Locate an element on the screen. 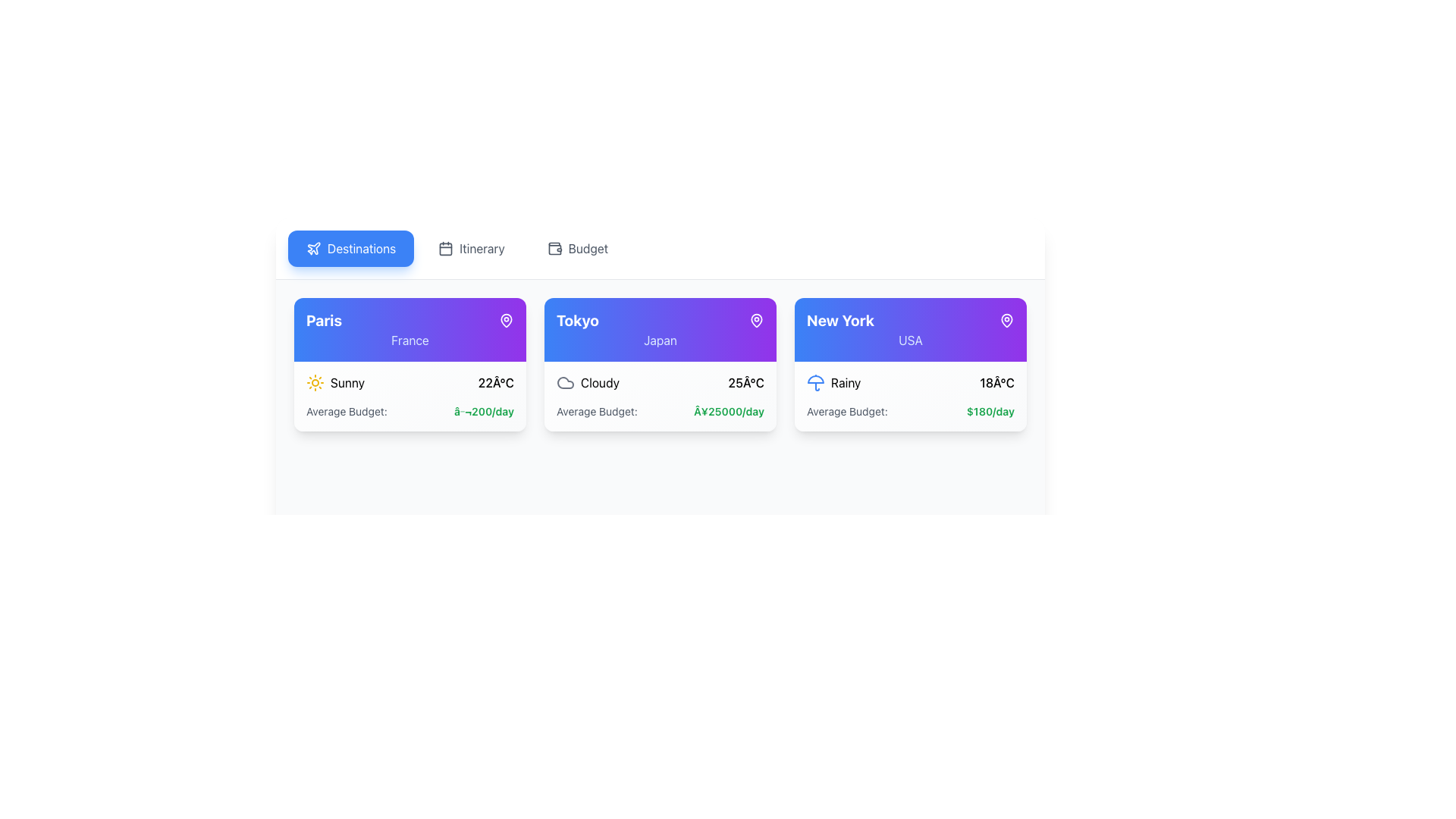 The image size is (1456, 819). the static text label displaying the name of the destination city 'Paris', located at the top-left corner of the first card in a horizontal list of destination cards with a gradient background is located at coordinates (323, 320).